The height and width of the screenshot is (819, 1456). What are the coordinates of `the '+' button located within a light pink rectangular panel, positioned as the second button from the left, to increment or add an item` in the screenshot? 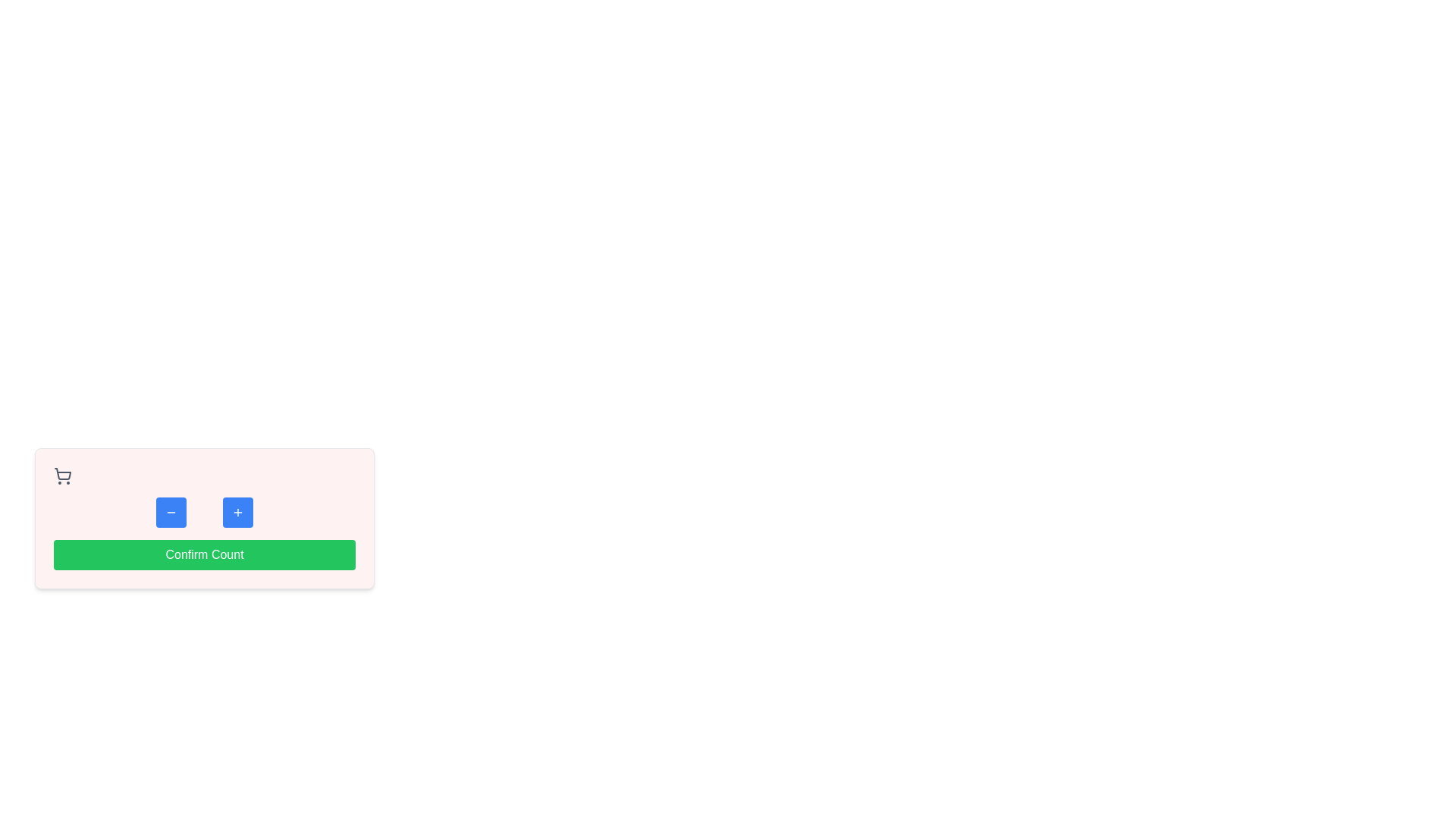 It's located at (237, 512).